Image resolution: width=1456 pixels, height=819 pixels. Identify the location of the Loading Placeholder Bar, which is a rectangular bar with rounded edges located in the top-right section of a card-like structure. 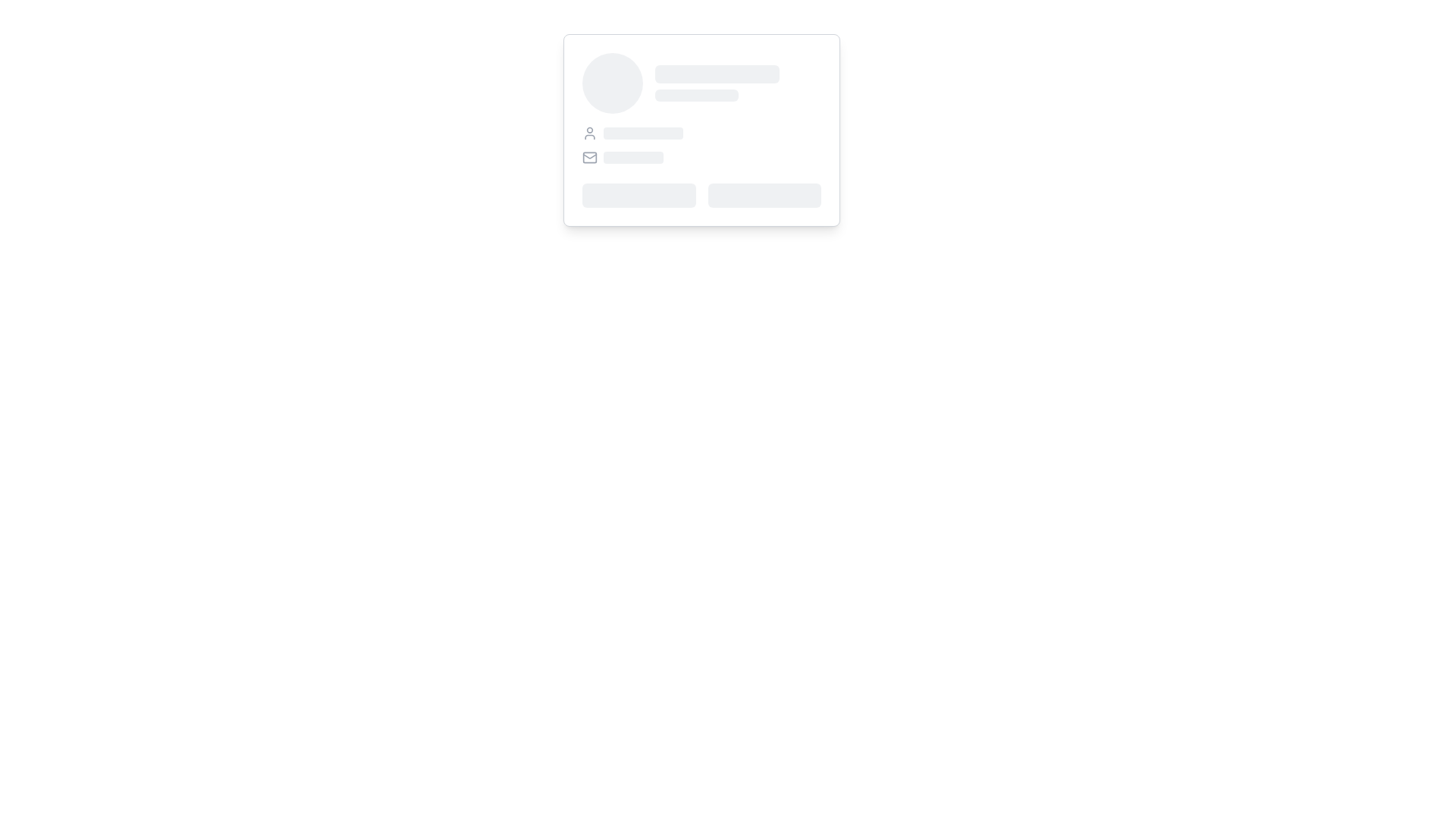
(738, 83).